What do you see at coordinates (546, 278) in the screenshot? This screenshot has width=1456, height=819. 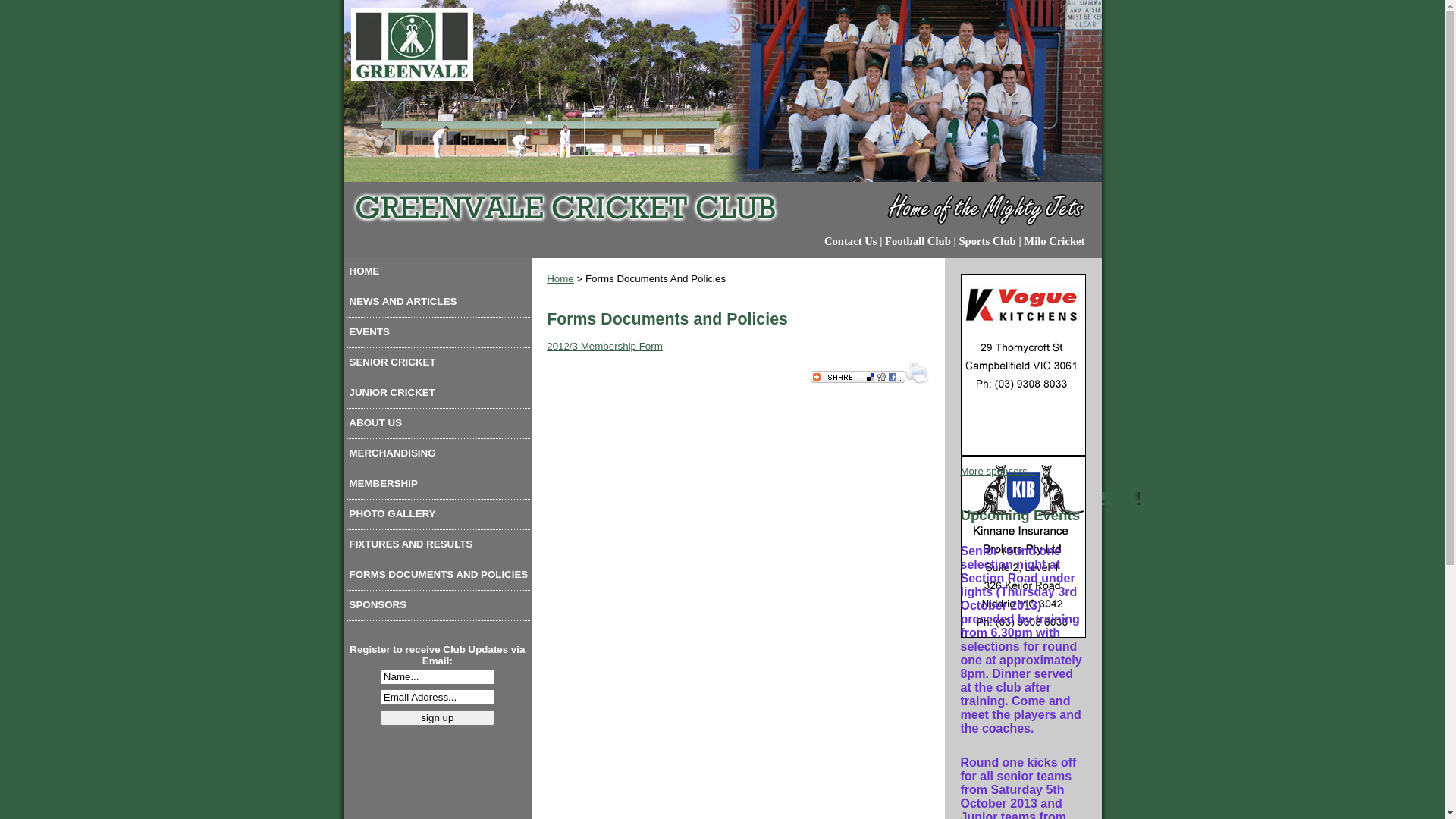 I see `'Home'` at bounding box center [546, 278].